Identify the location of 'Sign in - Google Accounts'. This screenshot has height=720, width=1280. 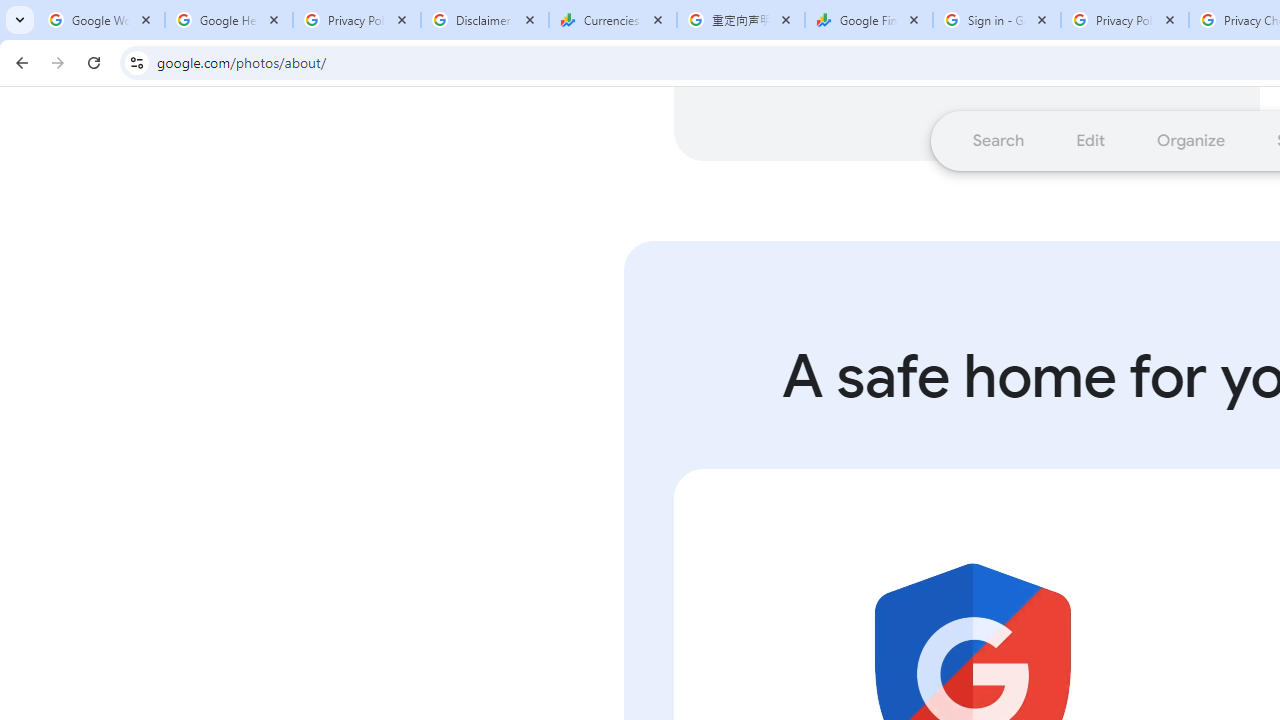
(997, 20).